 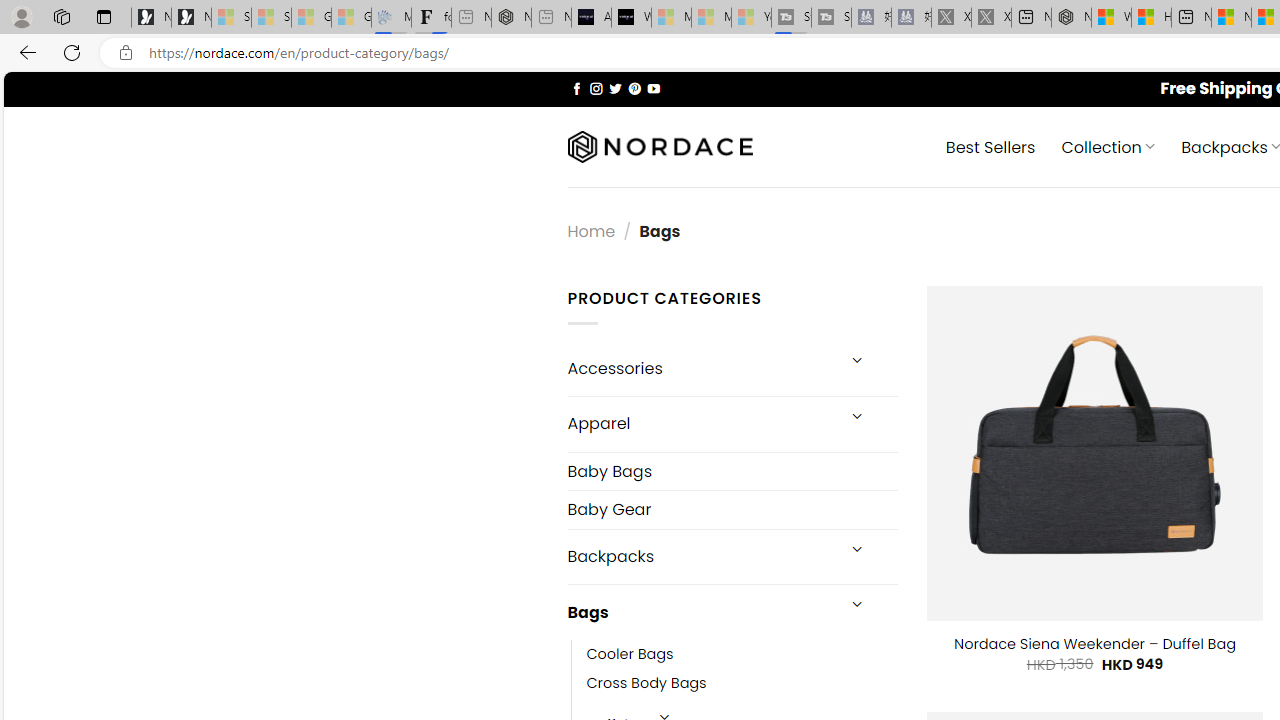 I want to click on 'Baby Bags', so click(x=731, y=471).